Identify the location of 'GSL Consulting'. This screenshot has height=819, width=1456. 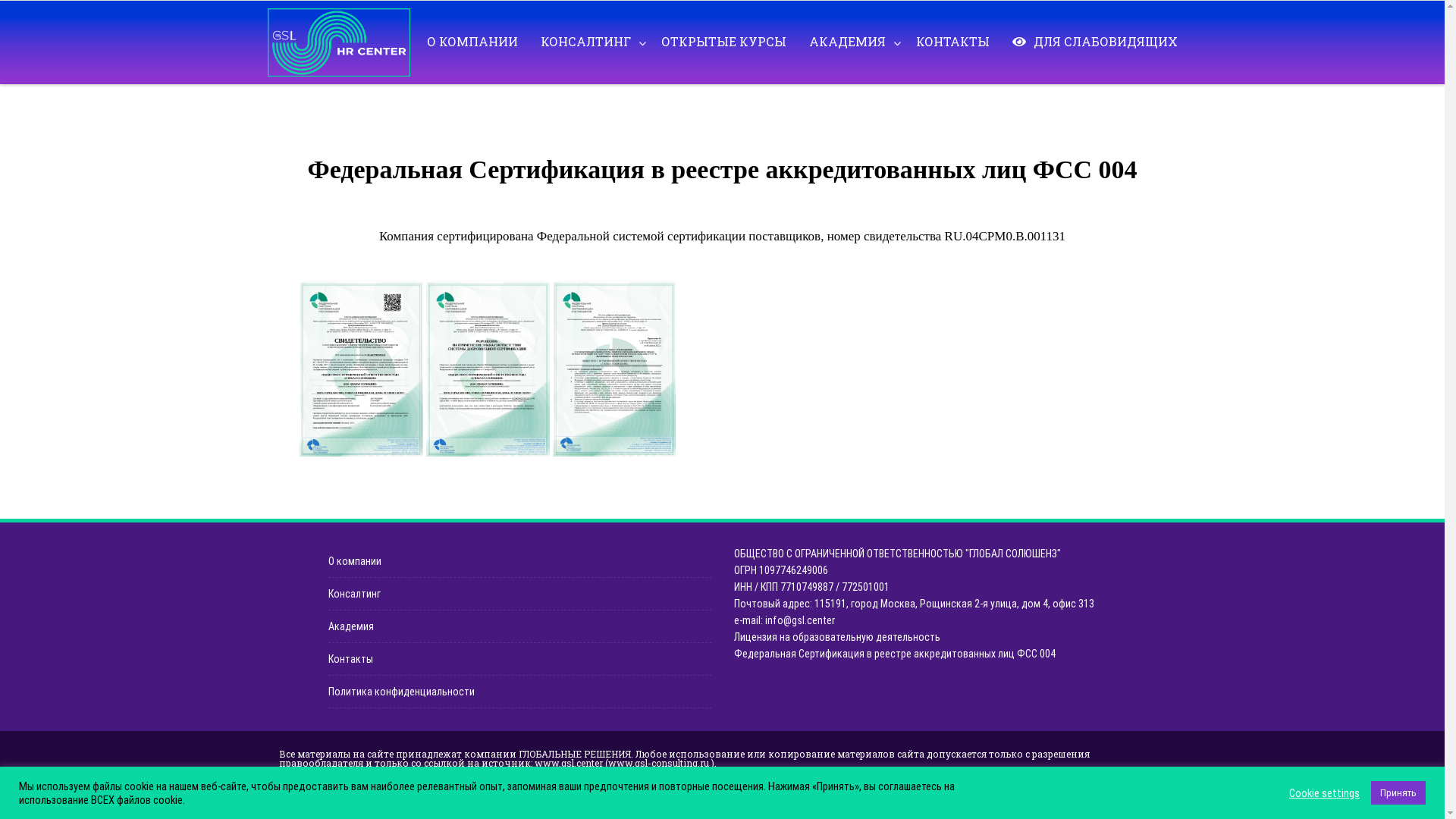
(341, 42).